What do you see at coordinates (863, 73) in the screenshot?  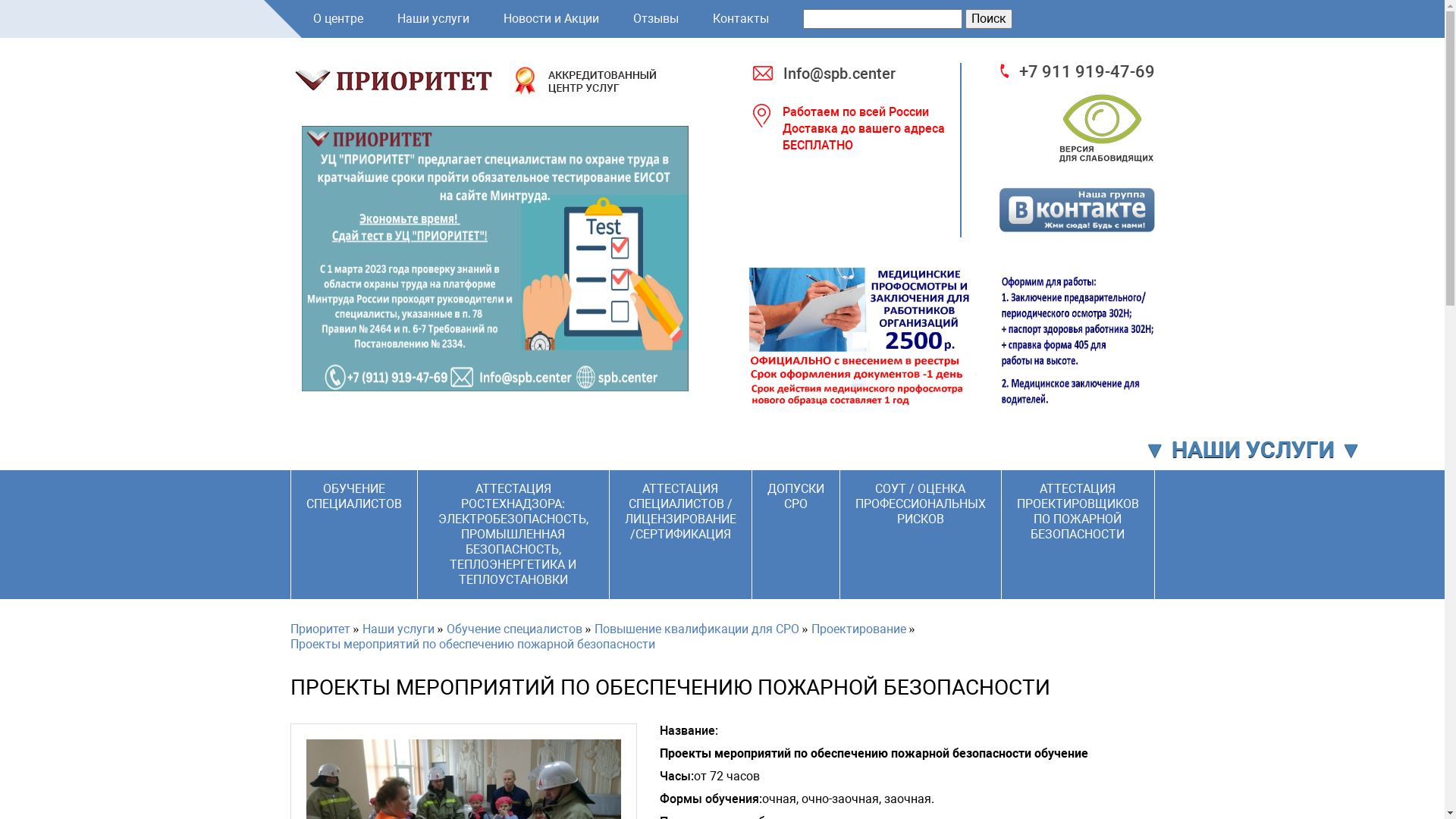 I see `'Info@spb.center'` at bounding box center [863, 73].